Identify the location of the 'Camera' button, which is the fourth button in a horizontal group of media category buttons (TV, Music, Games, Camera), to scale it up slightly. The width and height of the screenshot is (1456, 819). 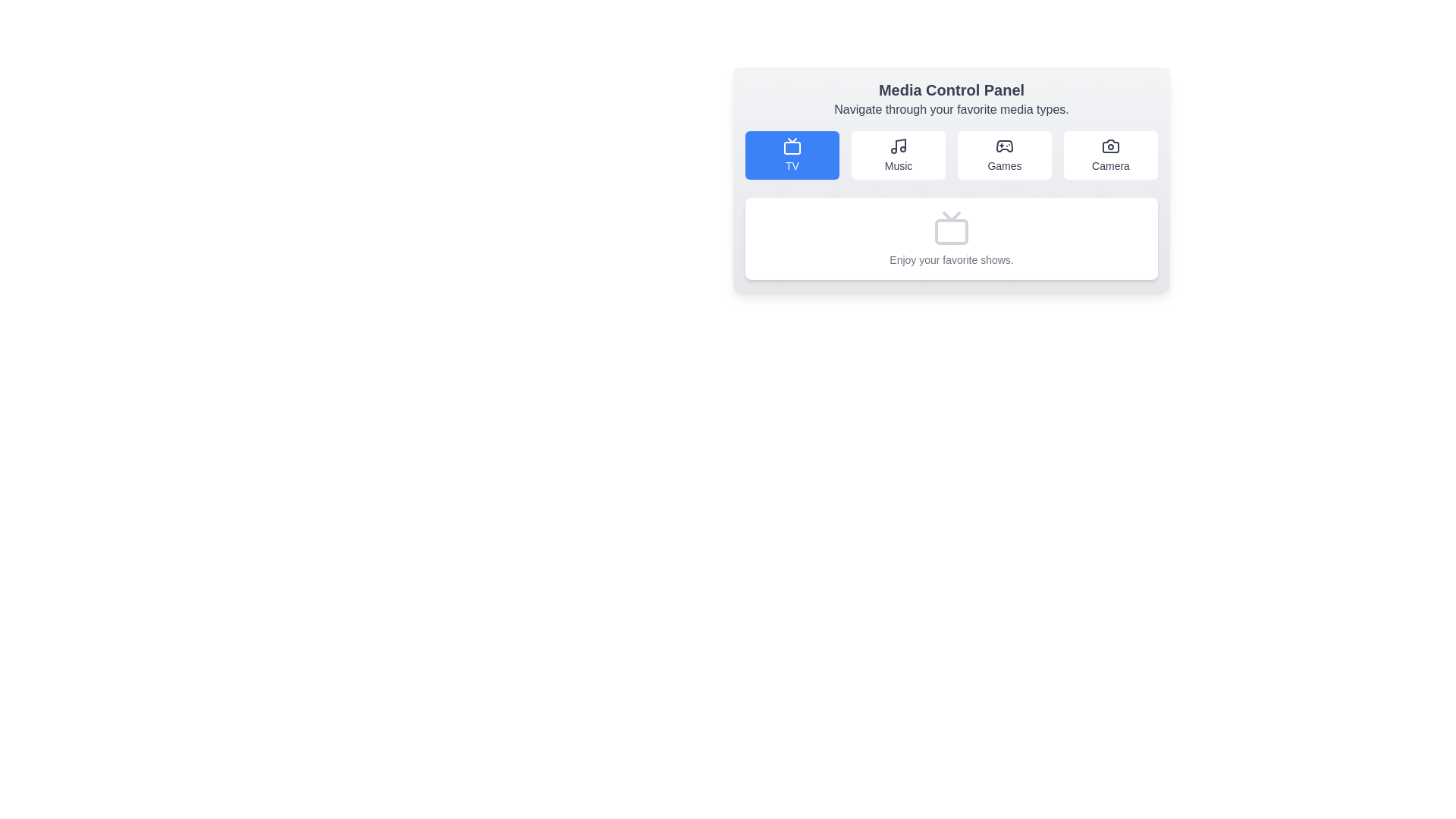
(1110, 155).